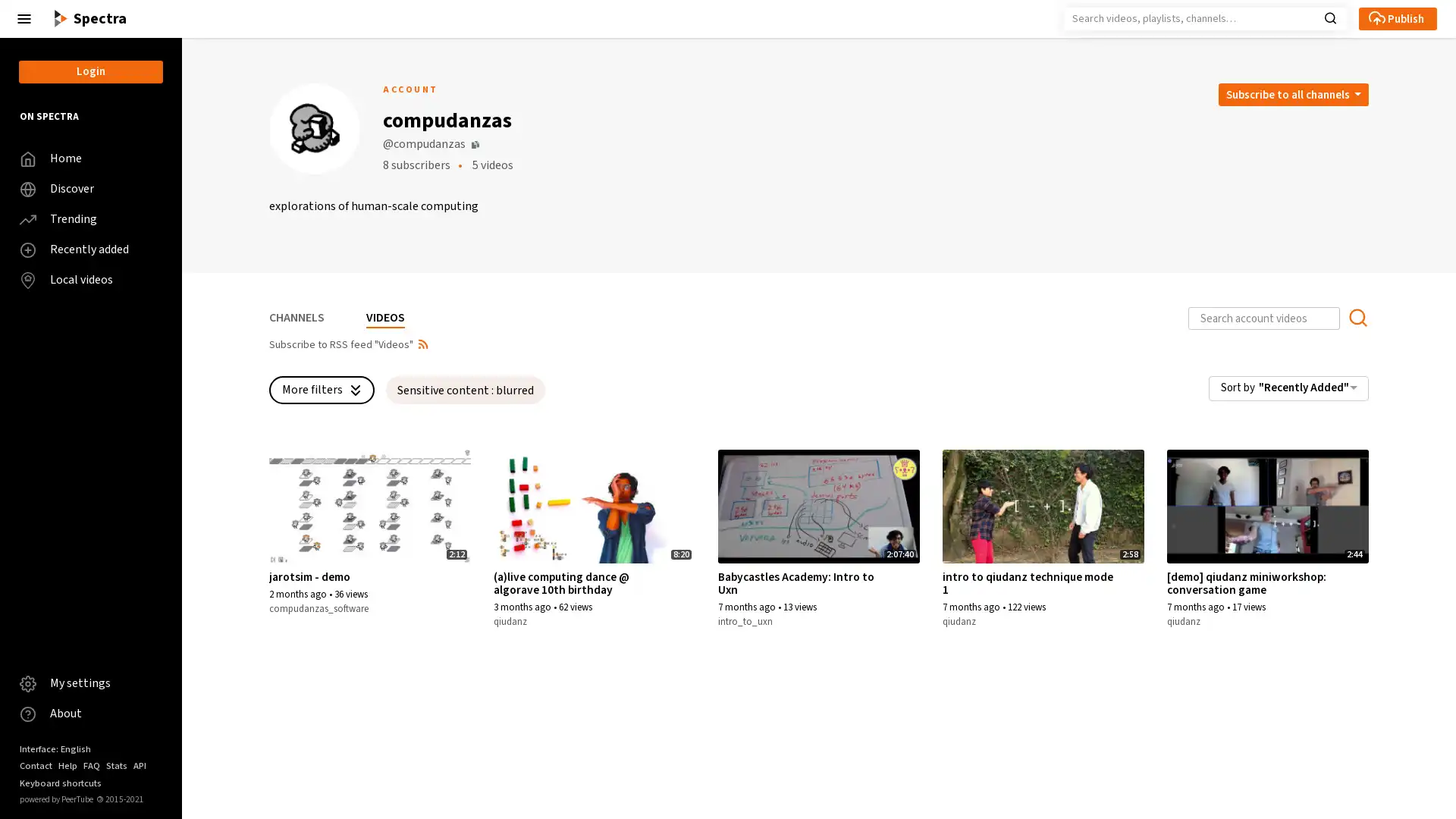  I want to click on Close the left menu, so click(24, 18).